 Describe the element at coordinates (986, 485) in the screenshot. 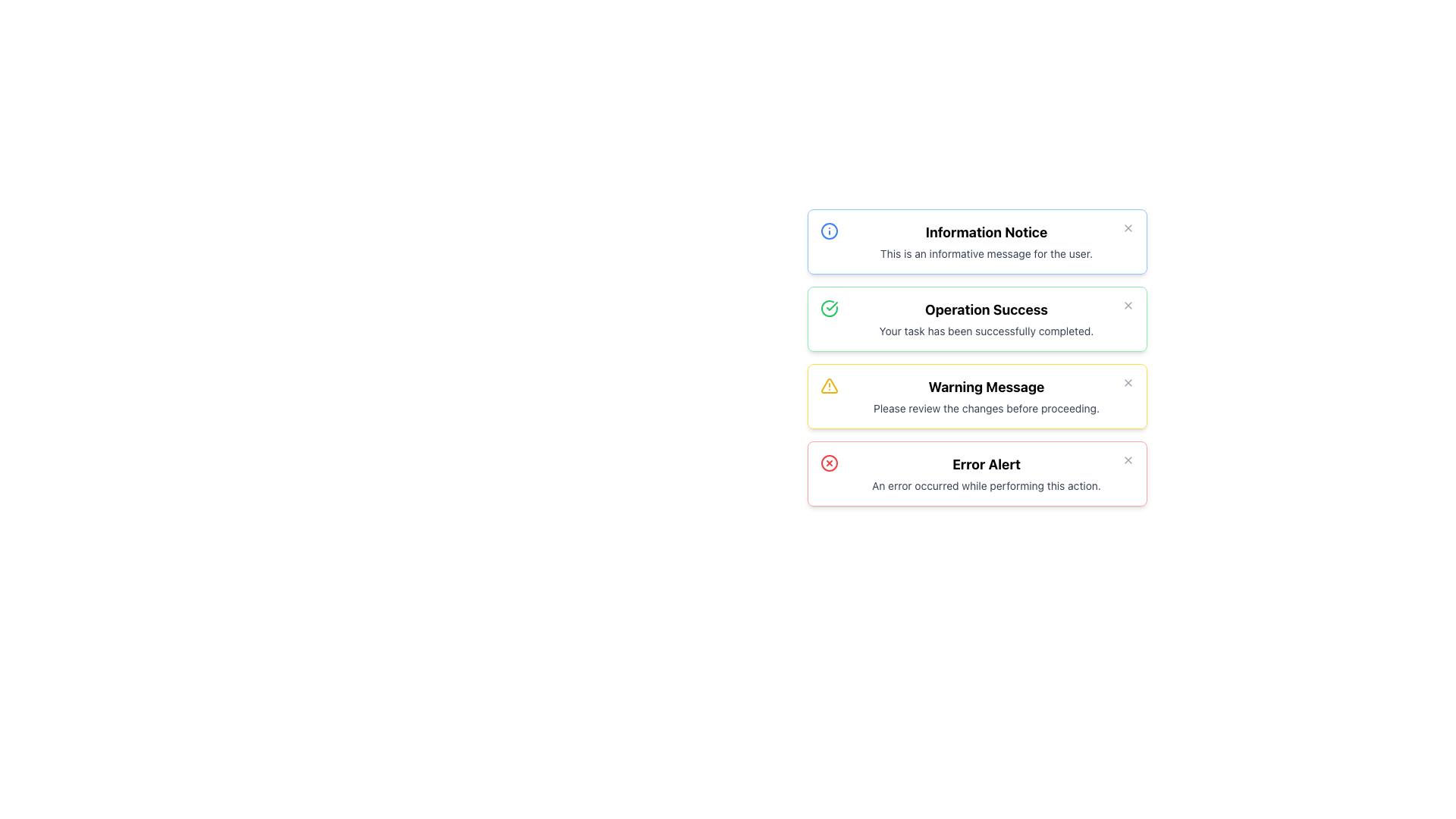

I see `the static text element displaying the message 'An error occurred while performing this action.' located within the 'Error Alert' notification block` at that location.